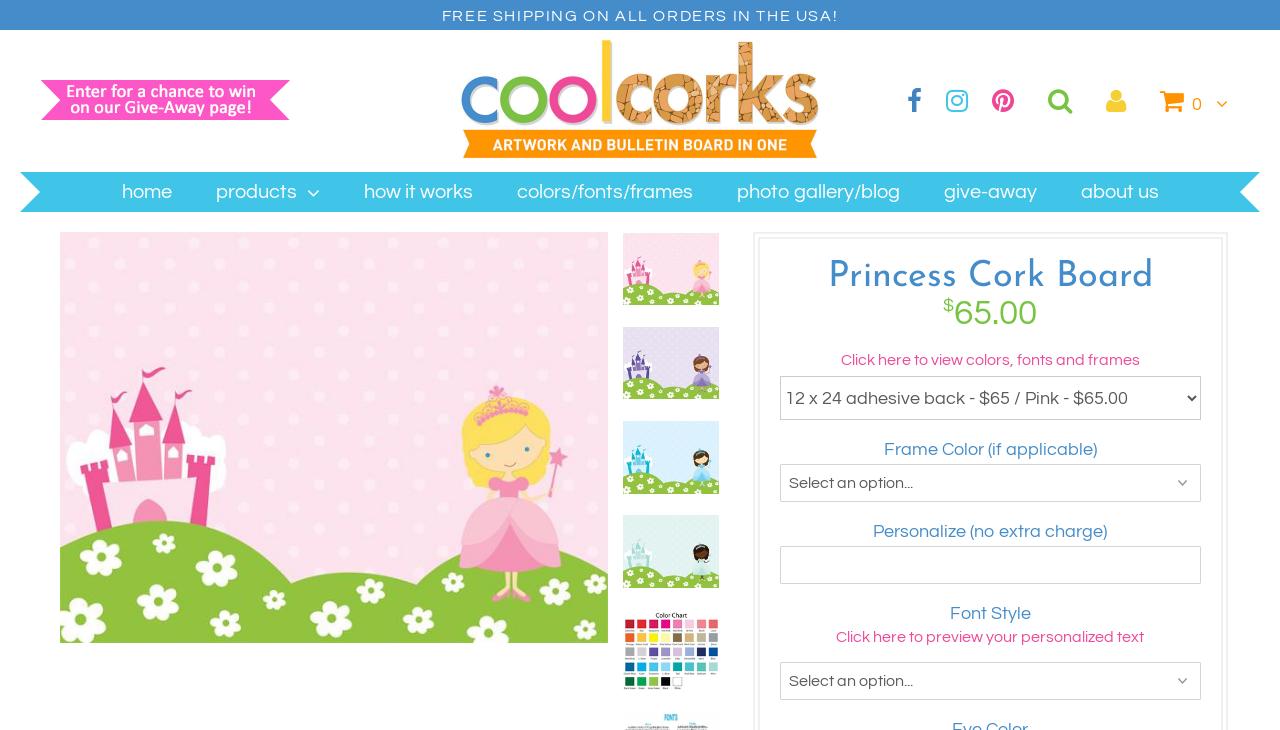  Describe the element at coordinates (989, 613) in the screenshot. I see `'Font Style'` at that location.